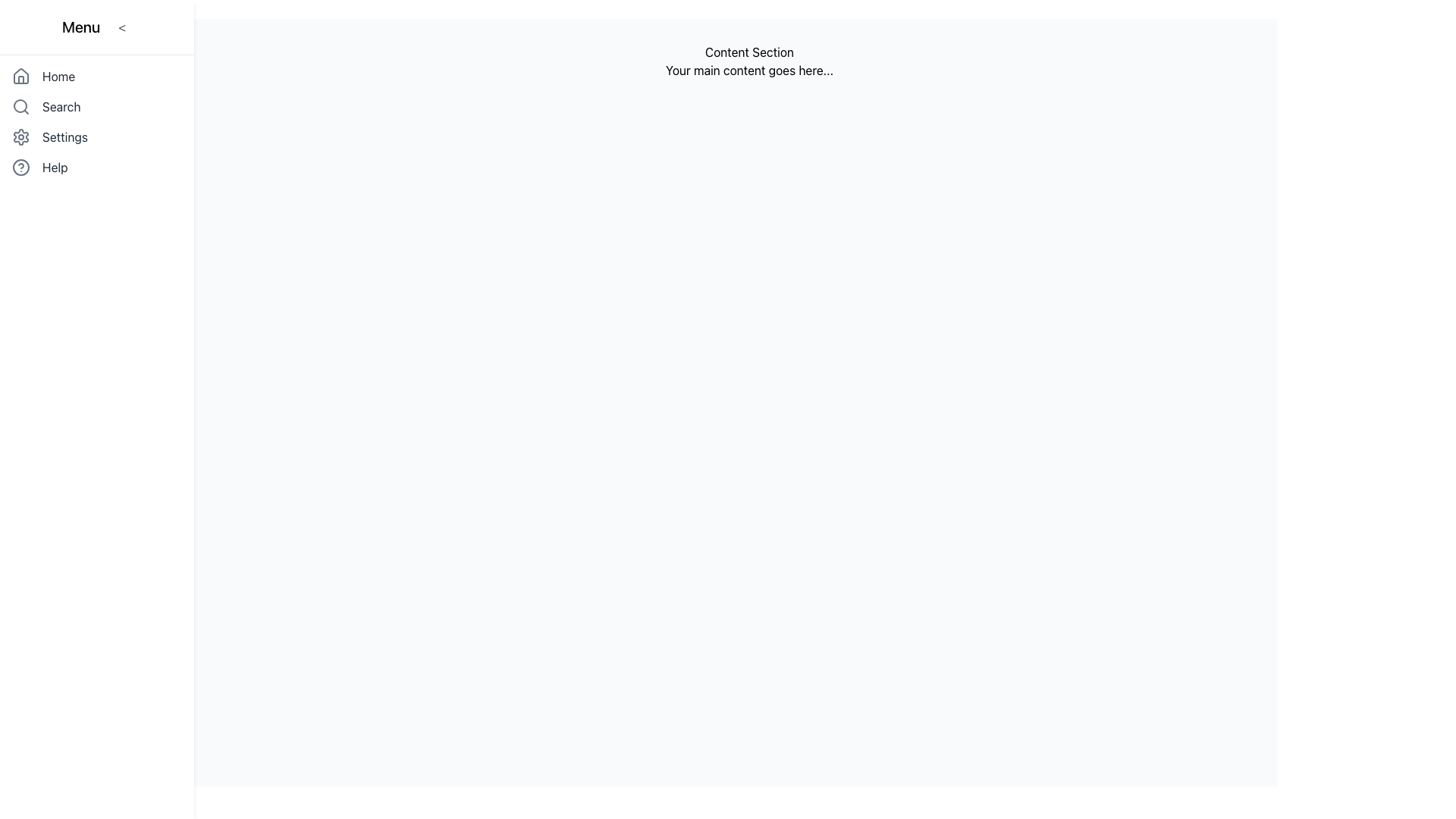  What do you see at coordinates (21, 80) in the screenshot?
I see `the lower part of the 'Home' icon graphic, which is a small vector graphic inside a hollow house icon` at bounding box center [21, 80].